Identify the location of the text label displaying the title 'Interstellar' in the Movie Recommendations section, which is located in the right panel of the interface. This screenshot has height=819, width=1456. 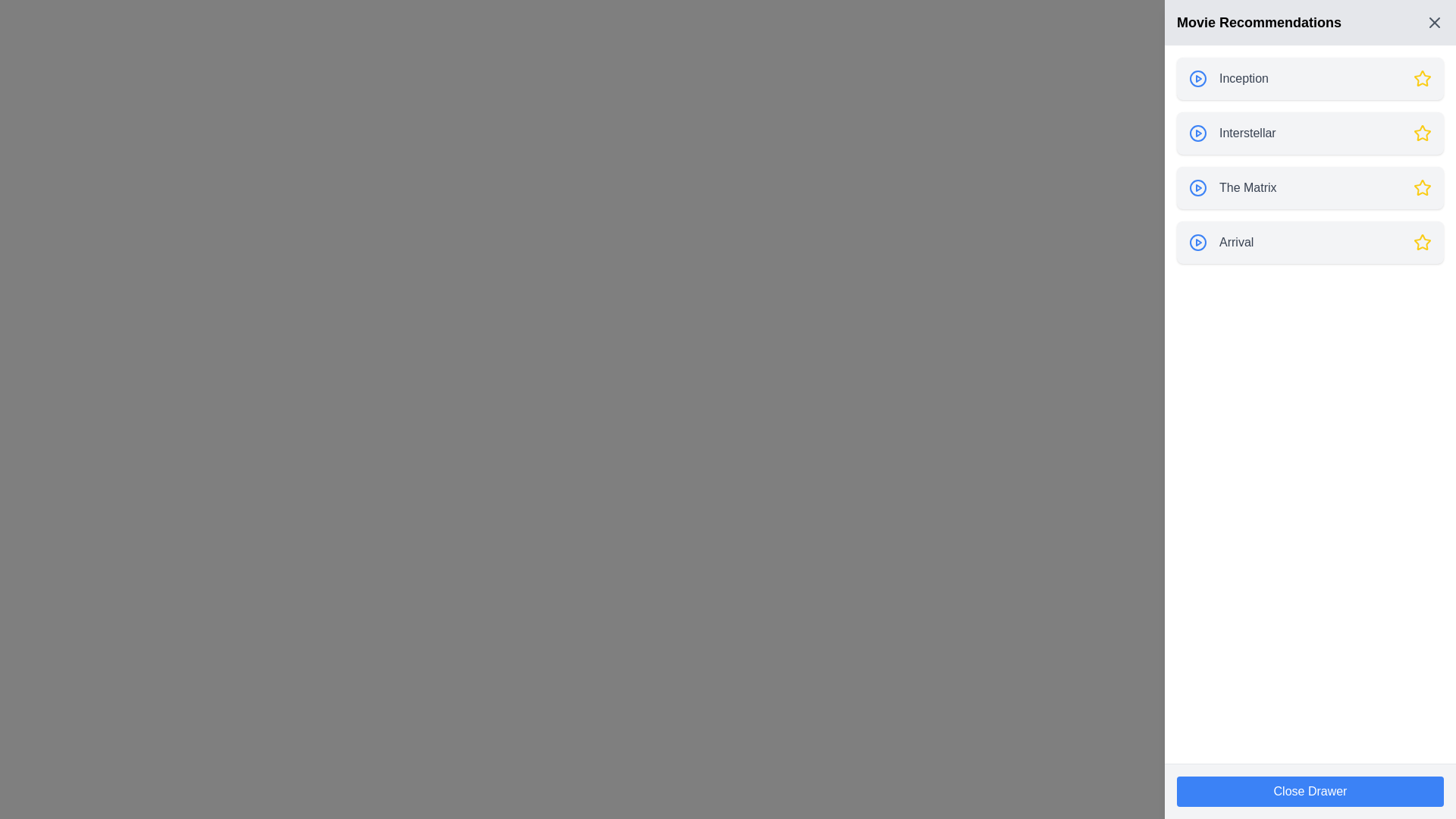
(1247, 133).